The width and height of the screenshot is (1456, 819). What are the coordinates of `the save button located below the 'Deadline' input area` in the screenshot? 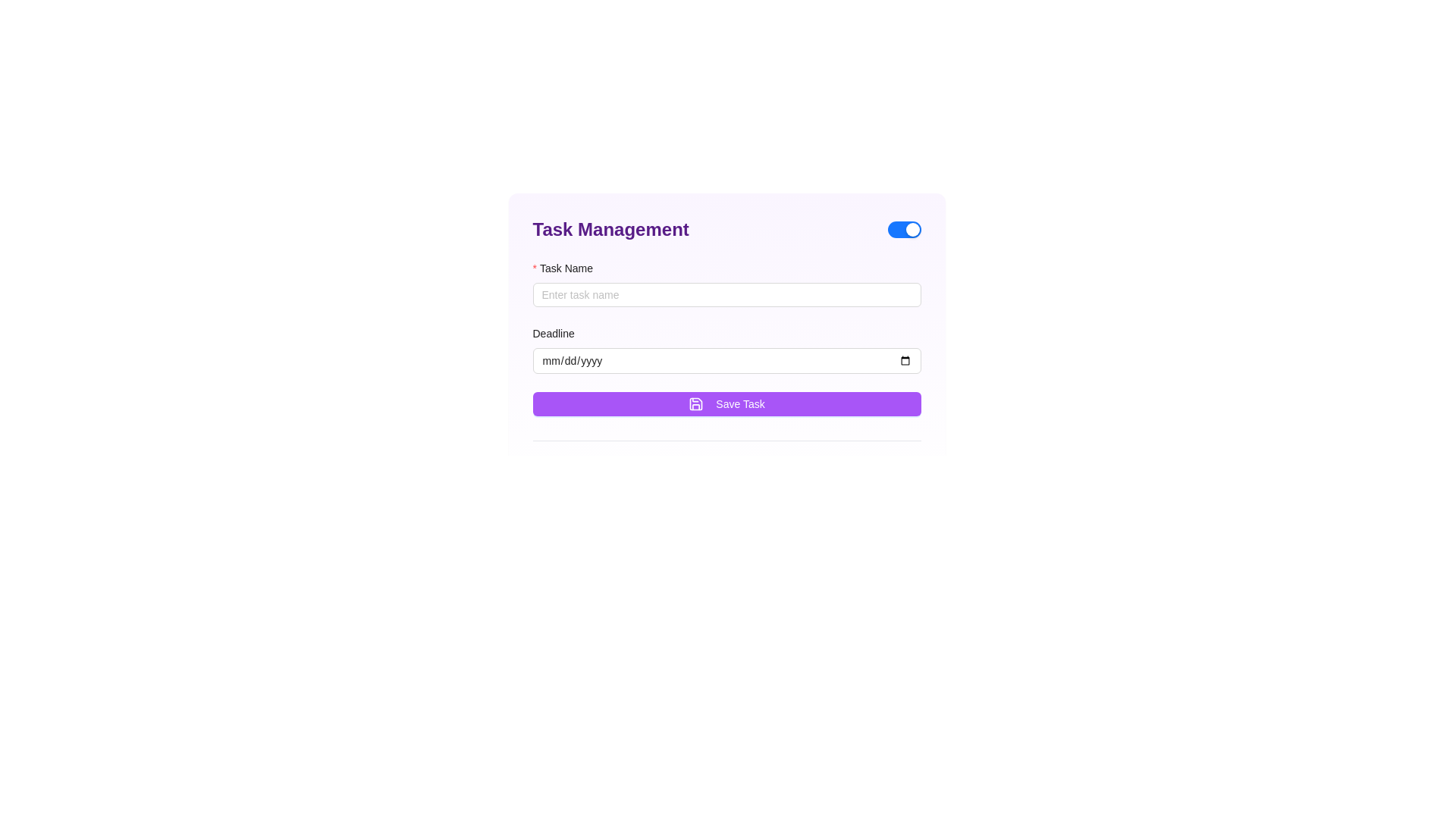 It's located at (726, 403).